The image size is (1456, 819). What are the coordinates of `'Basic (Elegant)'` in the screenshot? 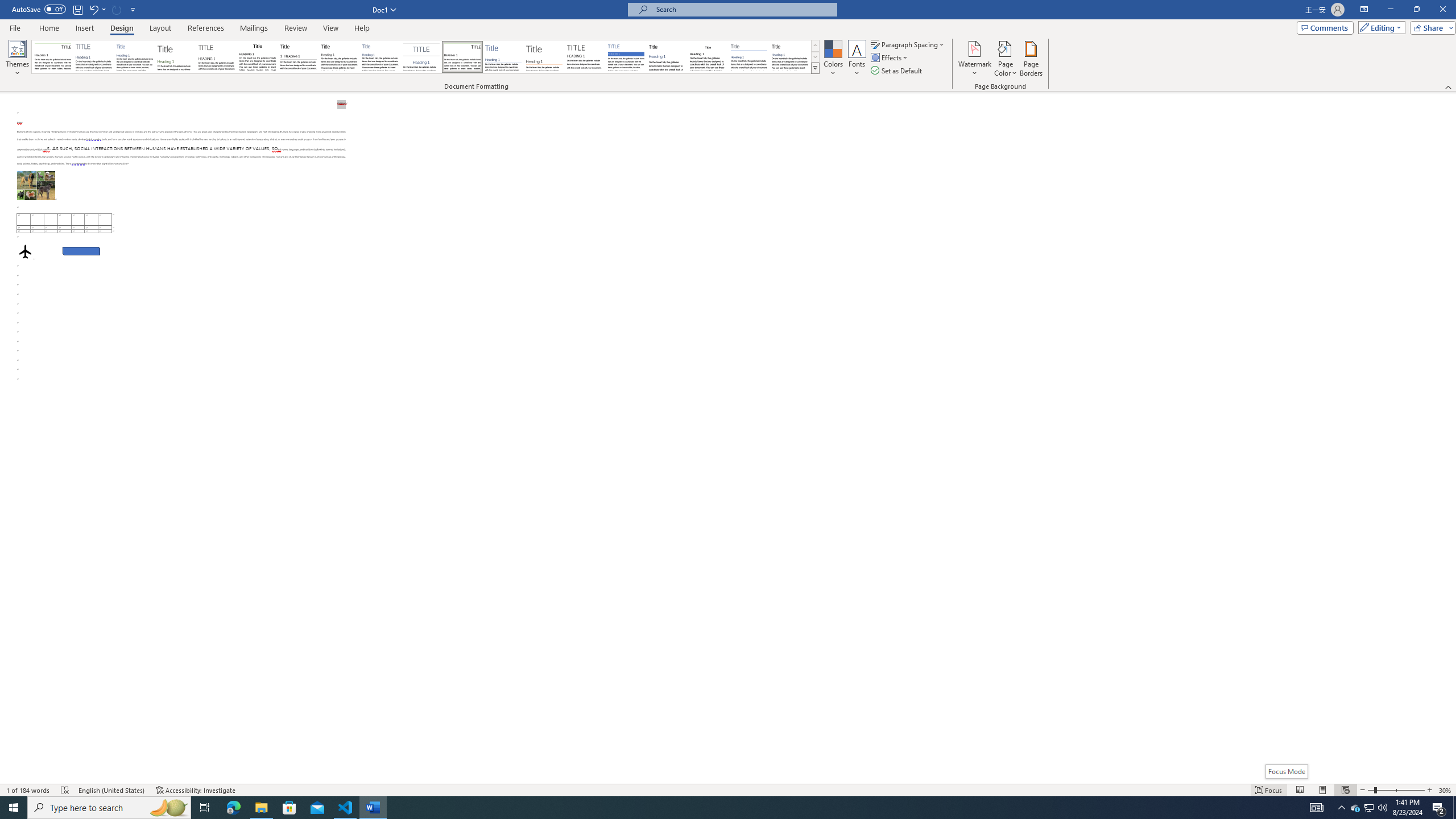 It's located at (93, 56).